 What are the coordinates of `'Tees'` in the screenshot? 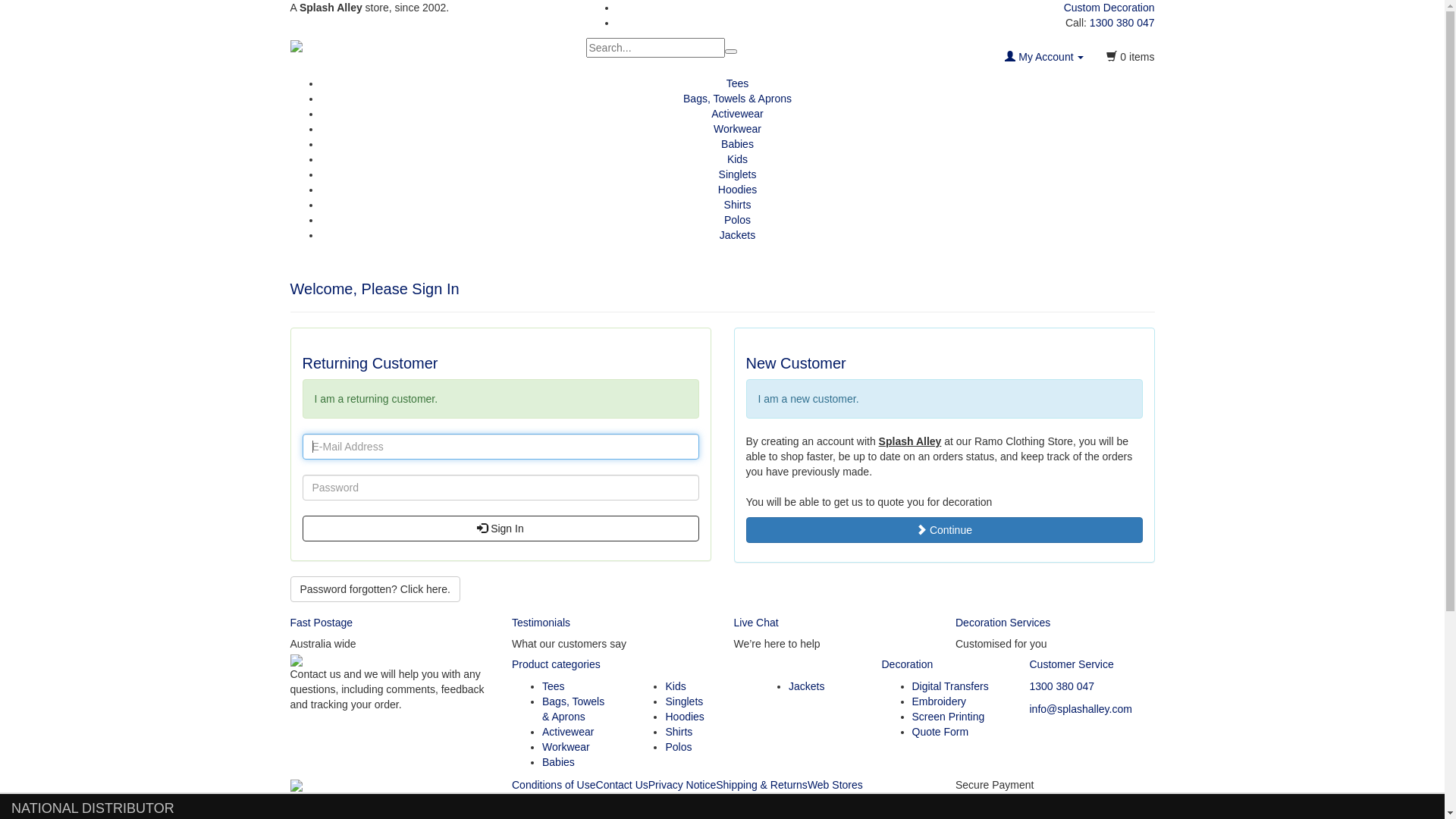 It's located at (552, 686).